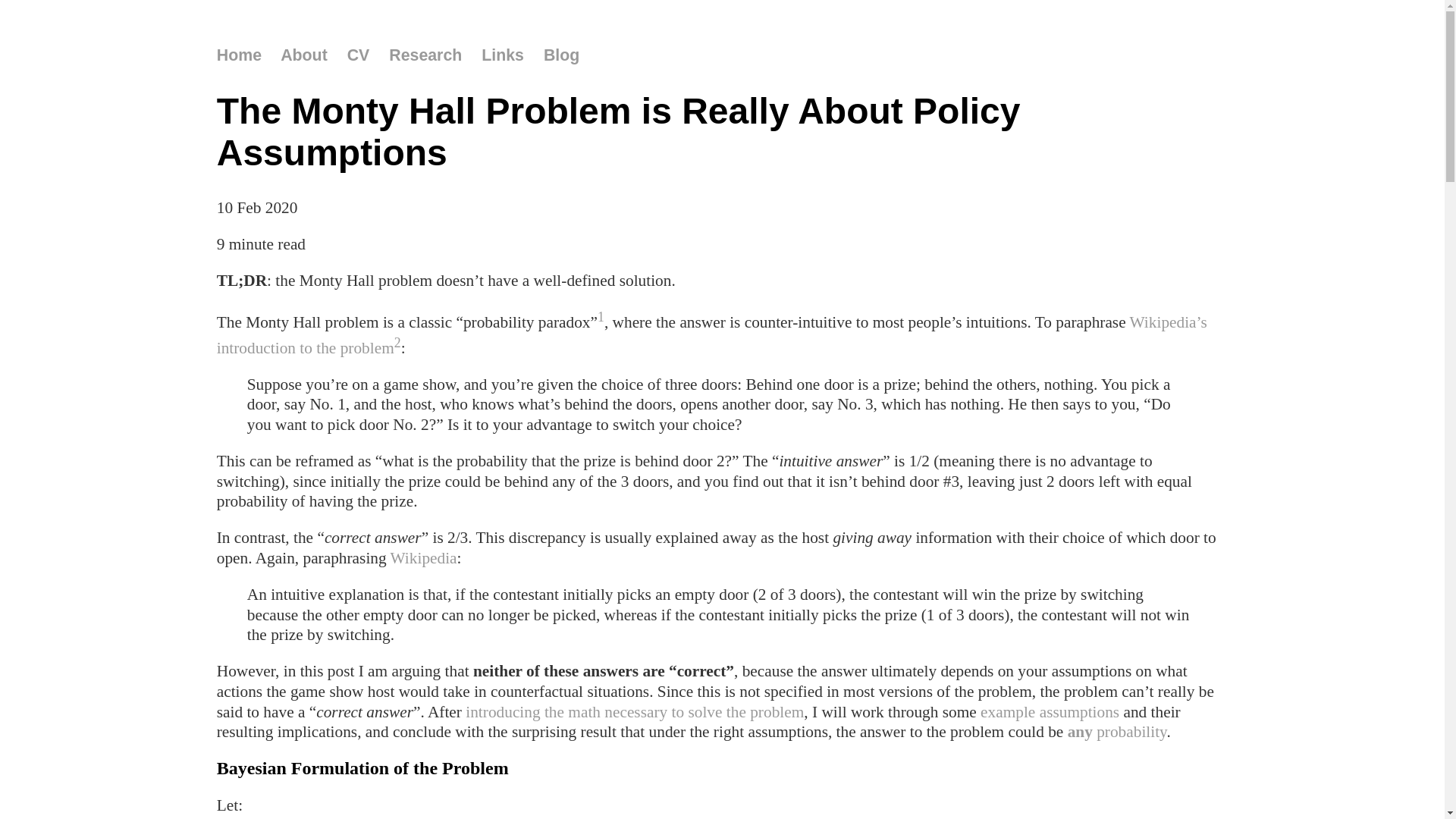 The image size is (1456, 819). I want to click on 'CV', so click(346, 55).